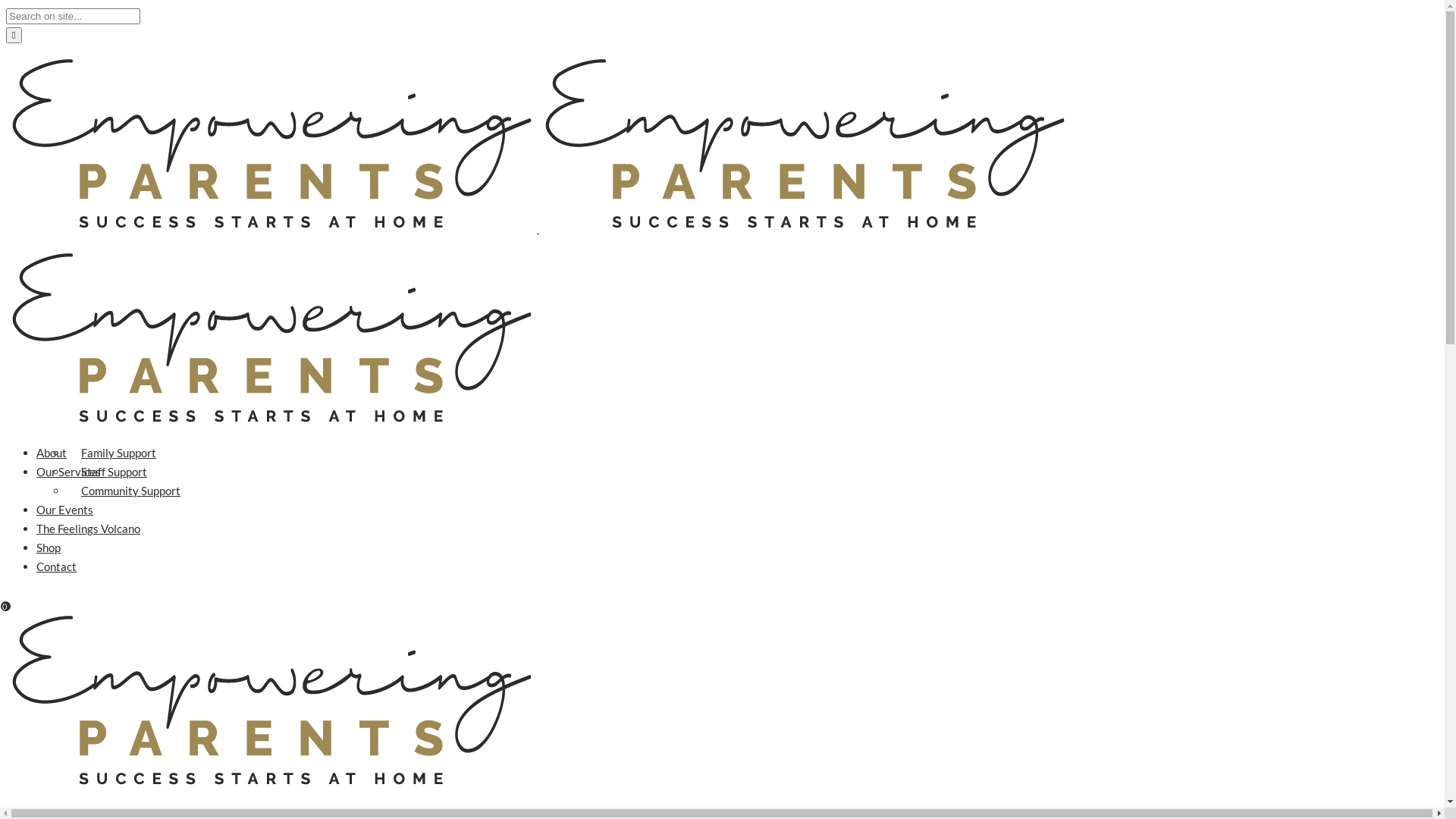  I want to click on 'Our Services', so click(36, 470).